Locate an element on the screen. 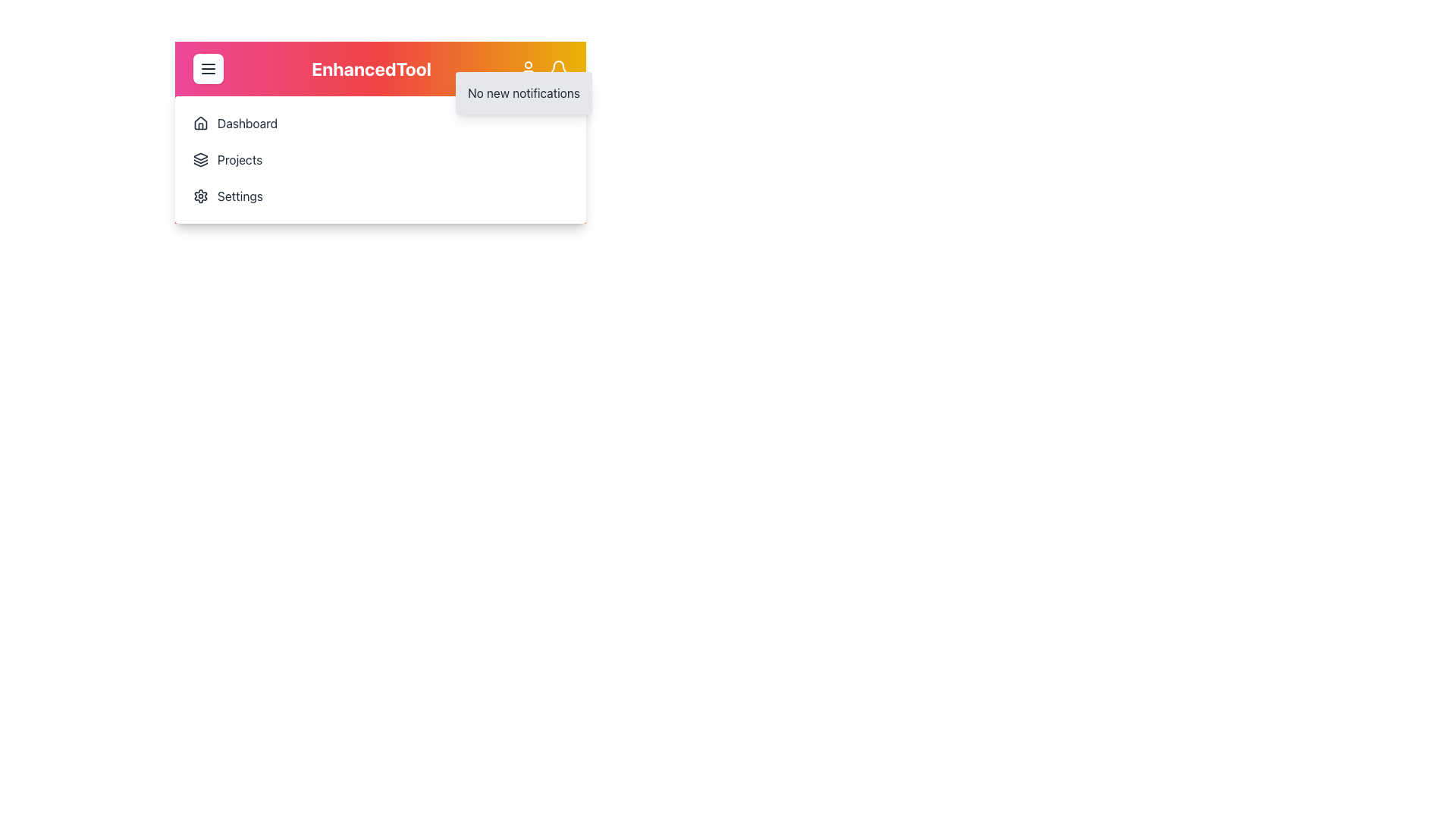 This screenshot has width=1456, height=819. the 'Settings' text label located in the vertical navigation menu on the left side of the interface is located at coordinates (239, 195).